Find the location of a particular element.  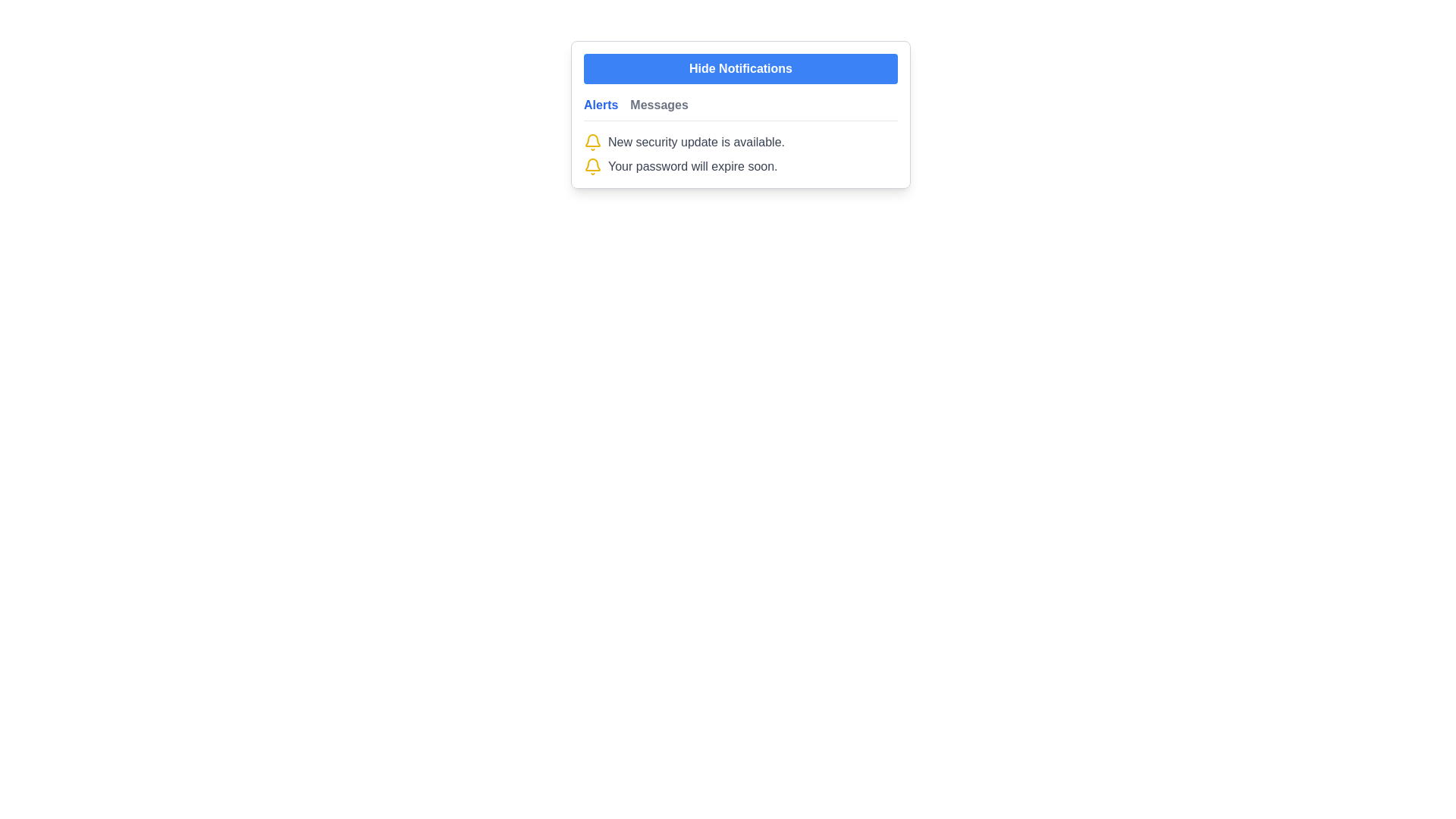

text of the second notification message located below the 'Alerts' tab in the notification box, which informs the user about the expiration of their password is located at coordinates (741, 166).